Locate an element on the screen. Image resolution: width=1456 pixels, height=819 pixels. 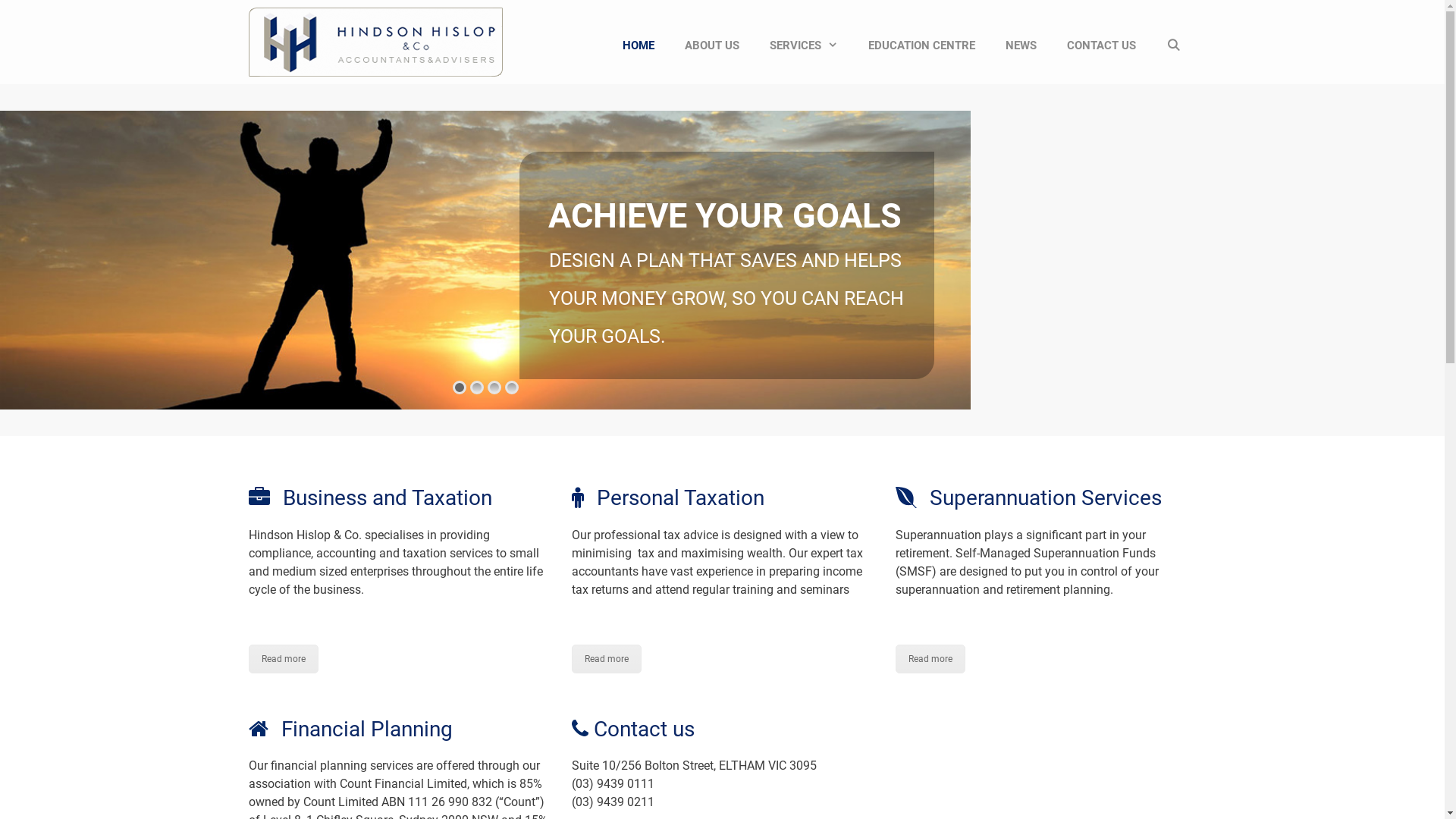
'ABOUT US' is located at coordinates (711, 45).